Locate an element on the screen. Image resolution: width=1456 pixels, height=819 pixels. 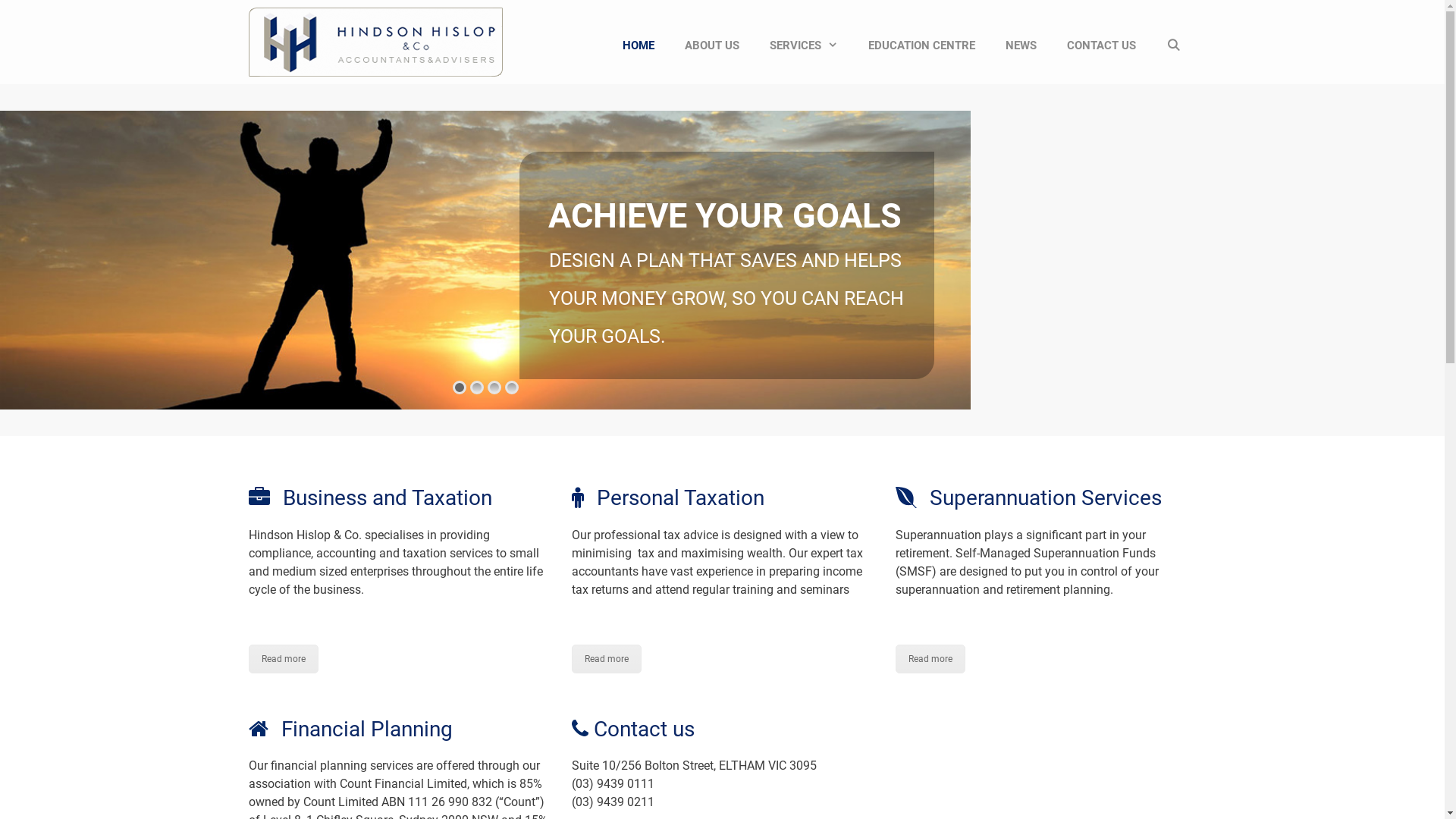
'ABOUT US' is located at coordinates (711, 45).